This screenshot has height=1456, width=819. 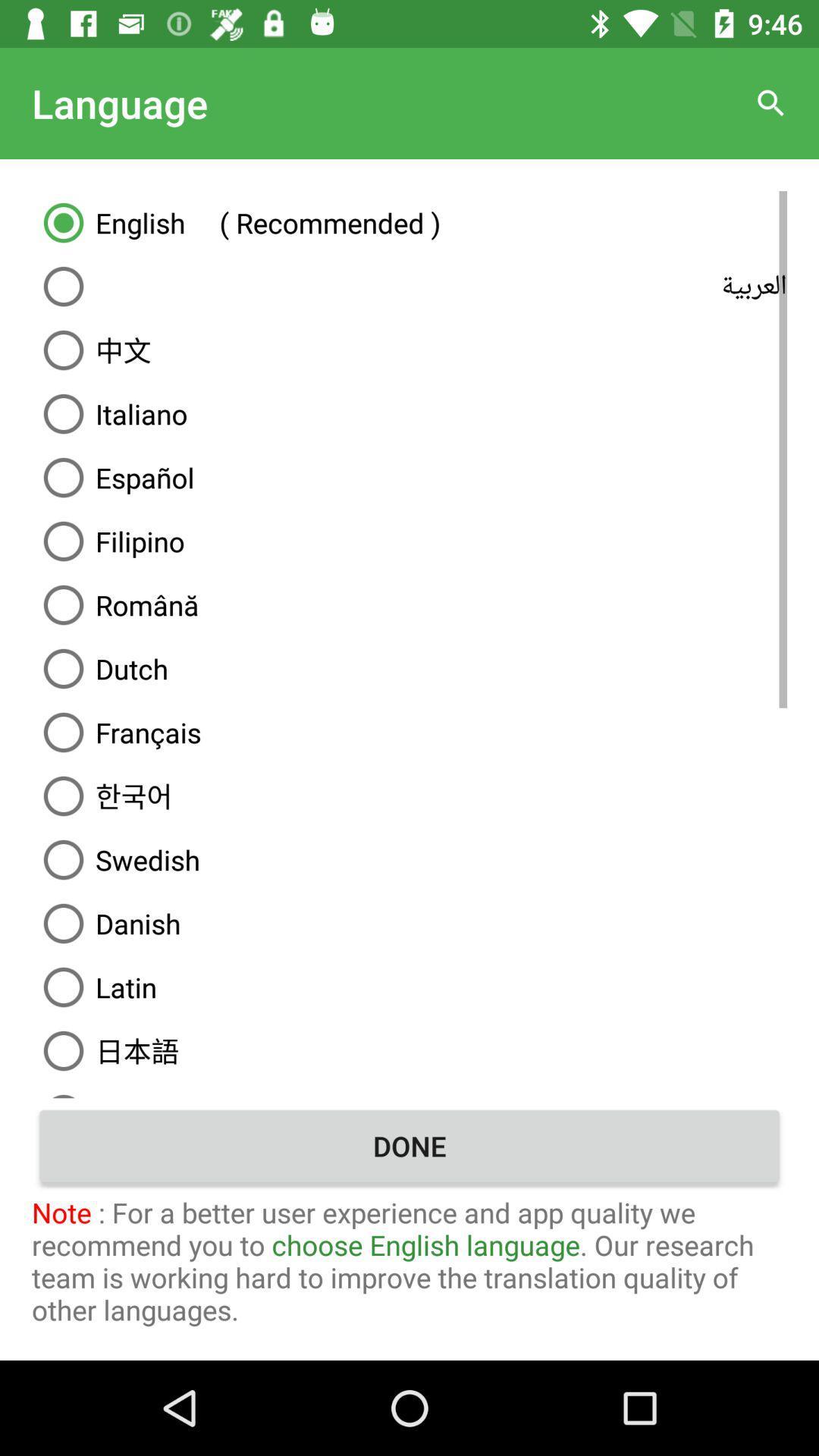 What do you see at coordinates (409, 1146) in the screenshot?
I see `the done icon` at bounding box center [409, 1146].